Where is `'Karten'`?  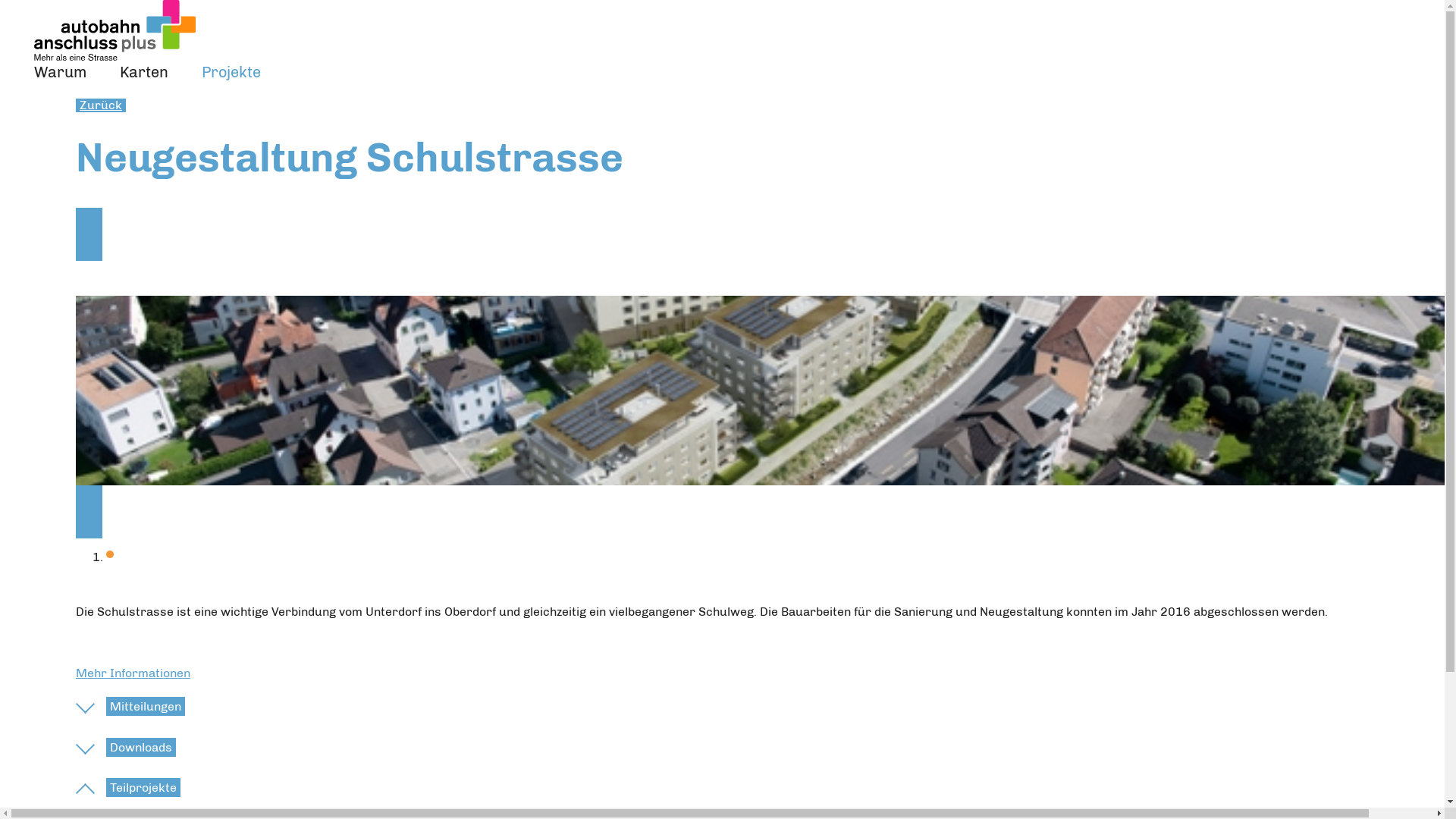
'Karten' is located at coordinates (144, 72).